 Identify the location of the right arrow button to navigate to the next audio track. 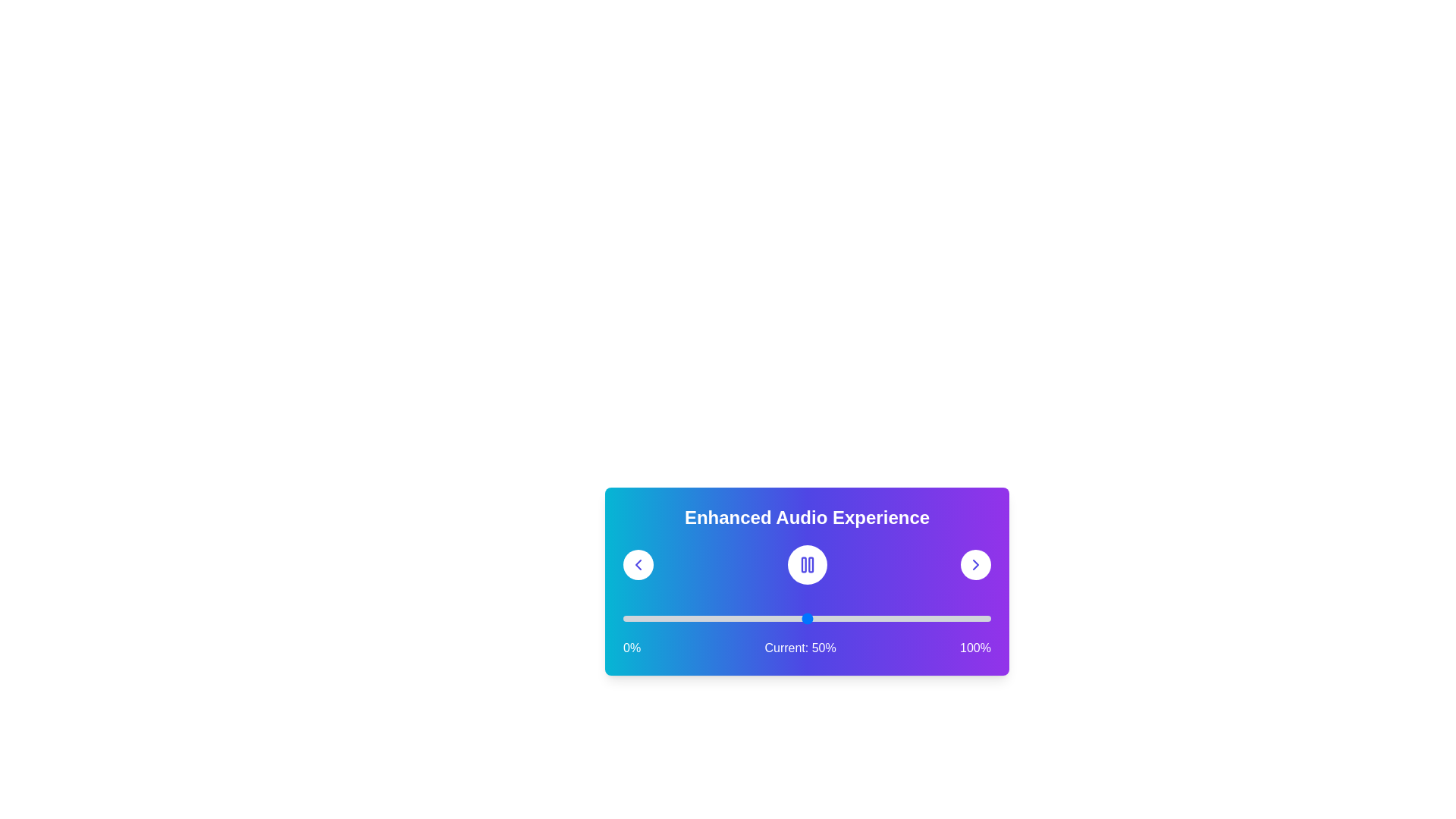
(975, 564).